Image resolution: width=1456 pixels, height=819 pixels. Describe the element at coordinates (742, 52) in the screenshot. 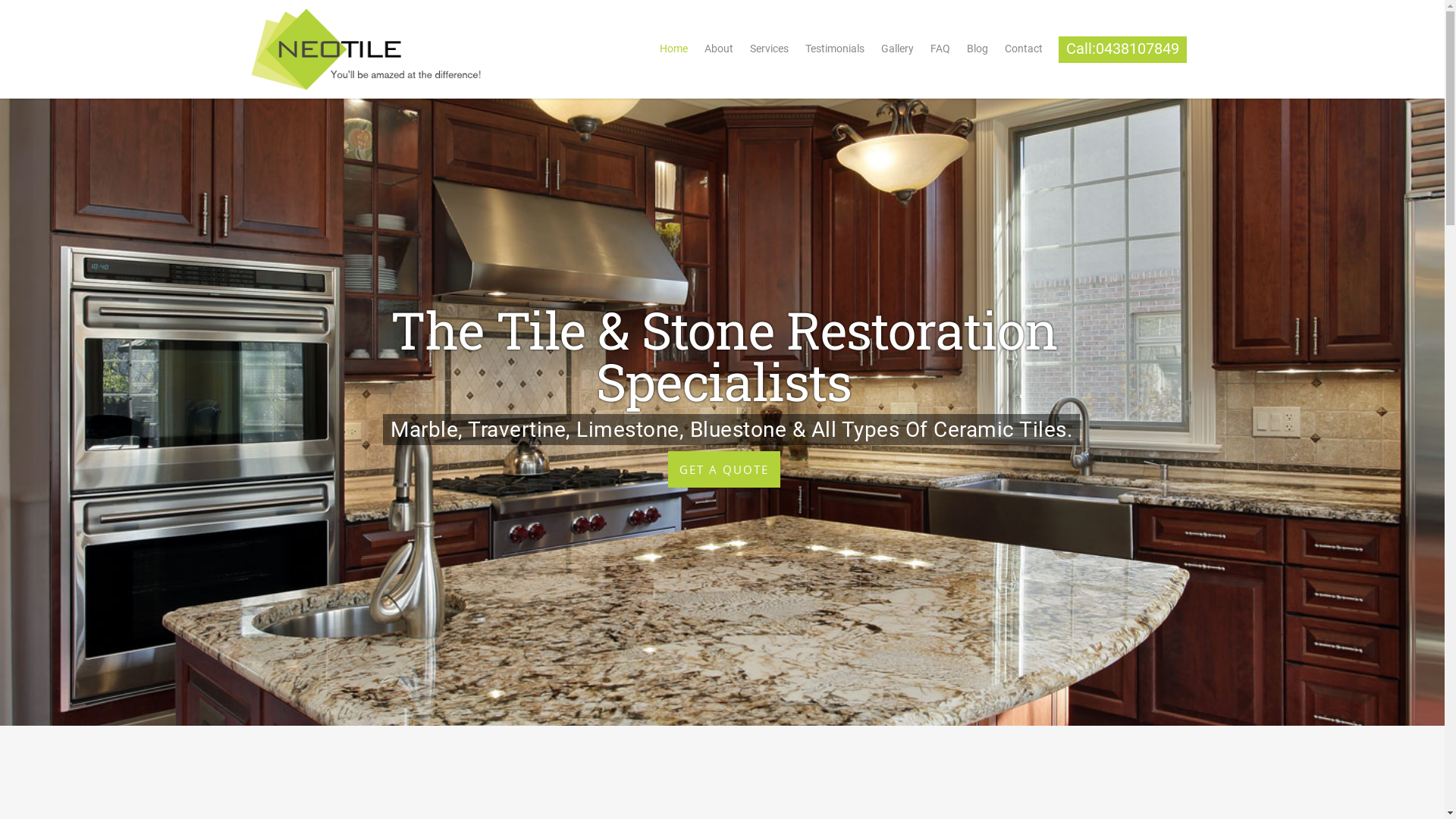

I see `'Services'` at that location.